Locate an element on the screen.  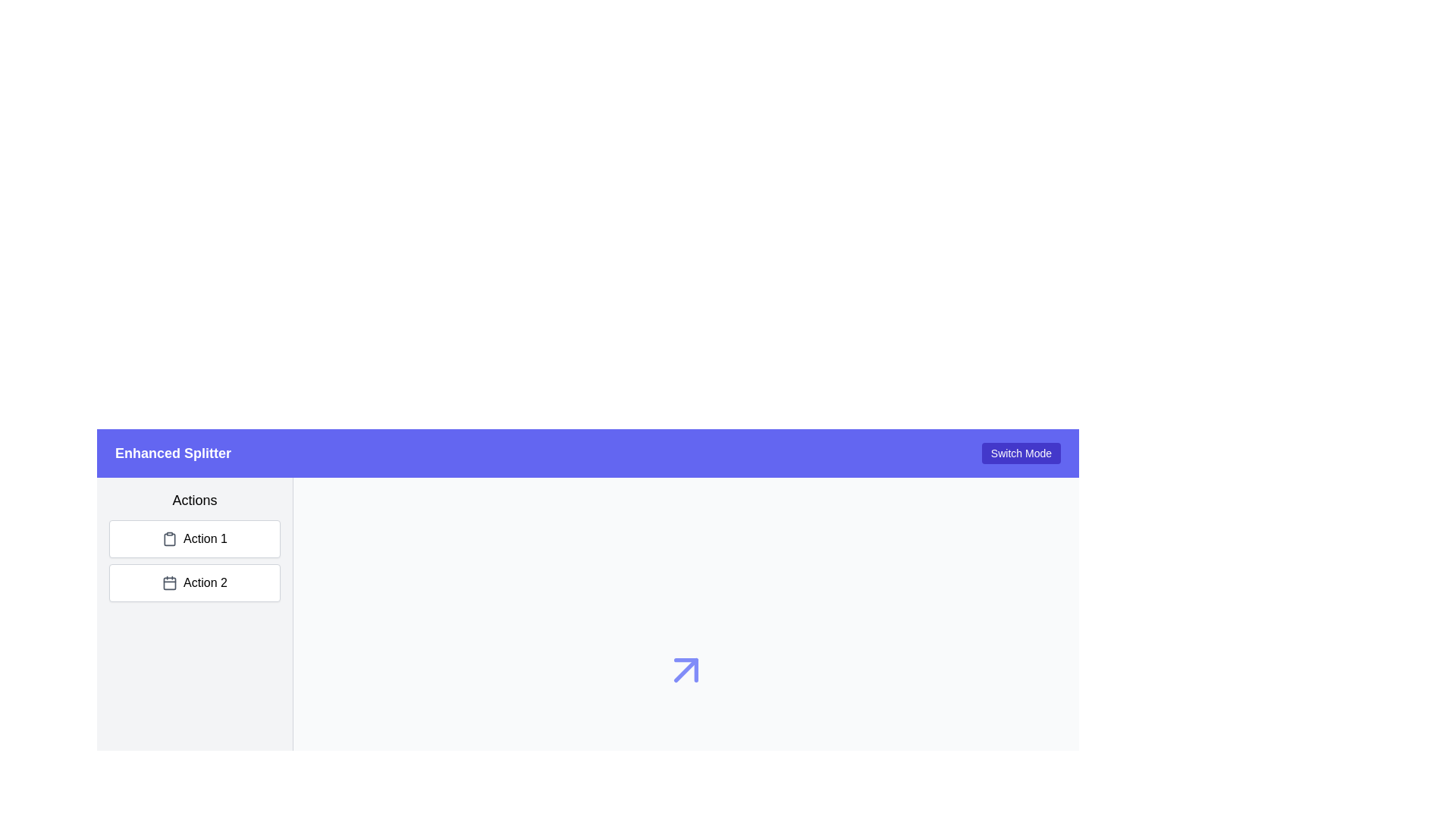
the Text Label located at the far left of the header bar, which serves as a title for the section is located at coordinates (173, 452).